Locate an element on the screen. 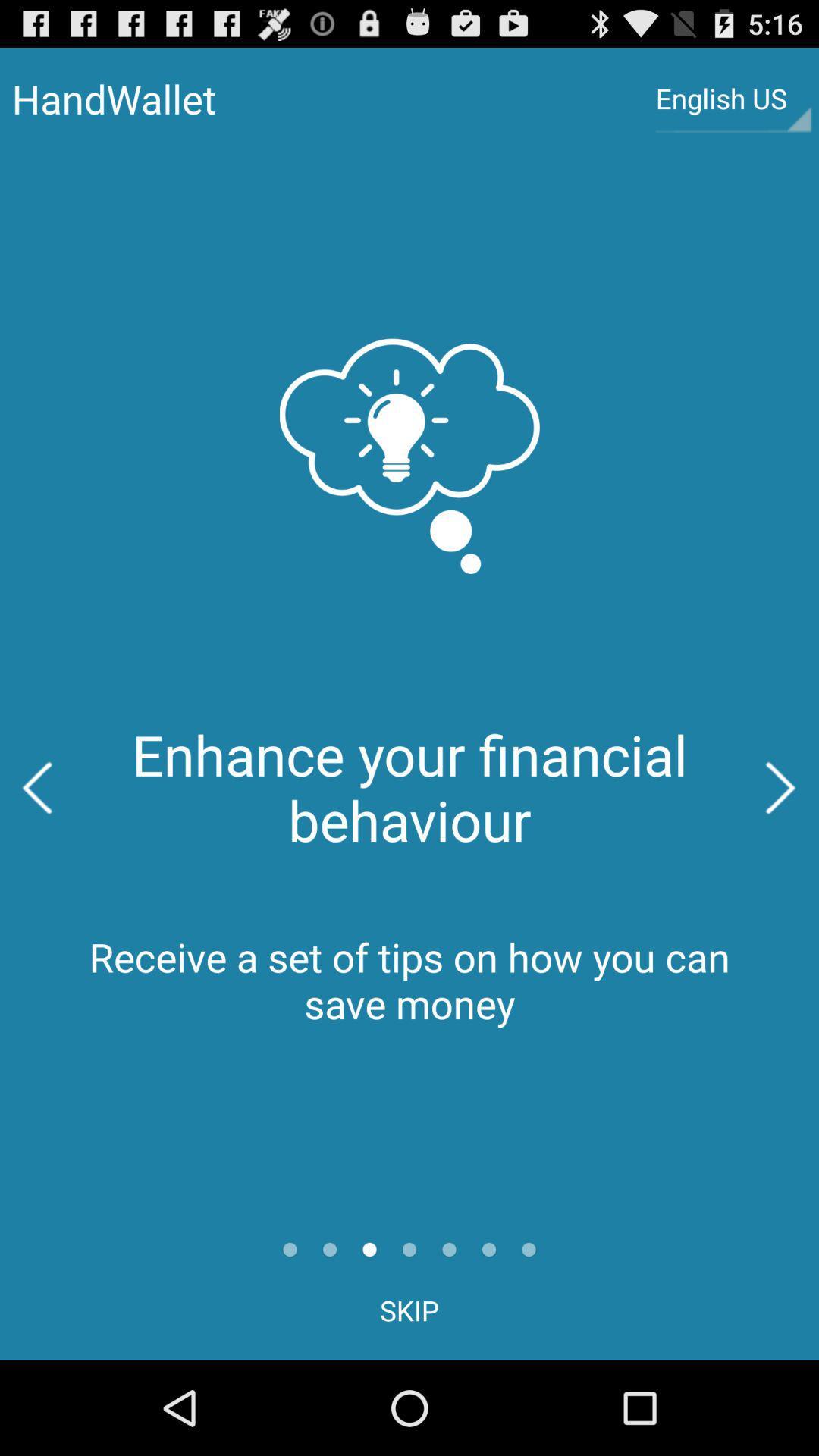 The width and height of the screenshot is (819, 1456). the english us is located at coordinates (733, 98).